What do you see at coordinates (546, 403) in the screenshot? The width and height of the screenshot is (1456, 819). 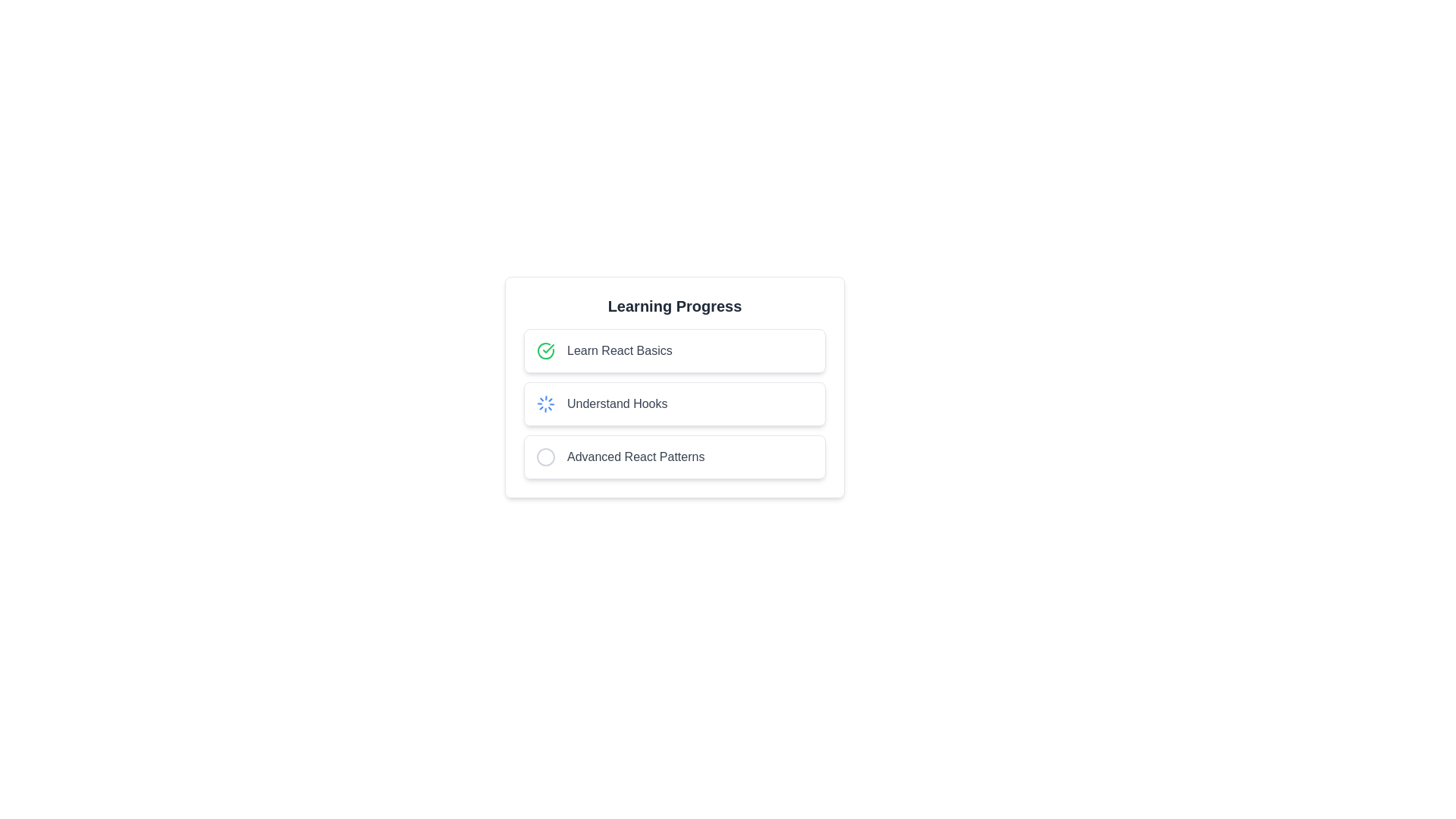 I see `the spinning loader icon with blue strokes, which is part of the second item in the 'Learning Progress' list, positioned to the left of the 'Understand Hooks' text` at bounding box center [546, 403].